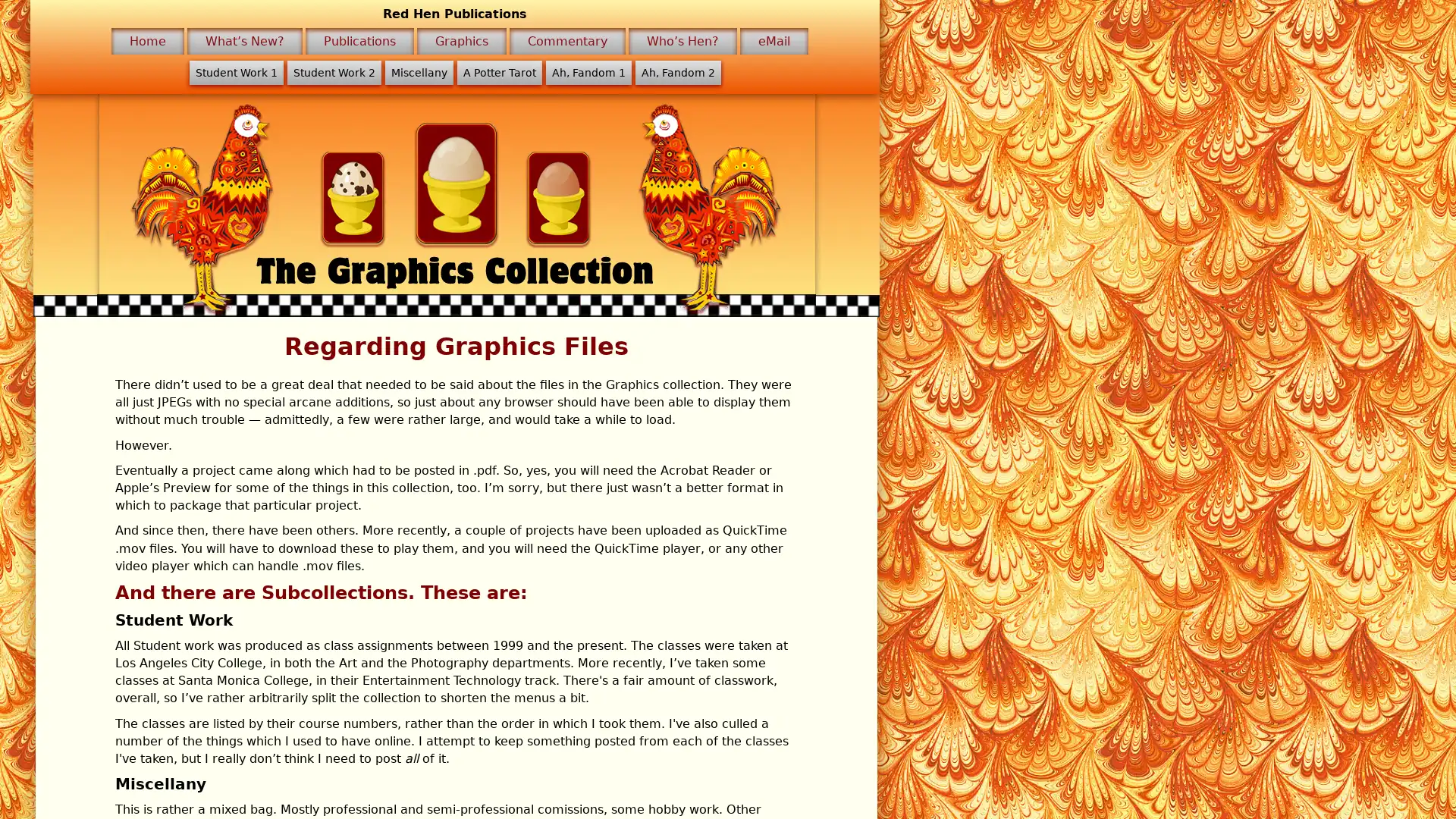 The image size is (1456, 819). What do you see at coordinates (419, 73) in the screenshot?
I see `Miscellany` at bounding box center [419, 73].